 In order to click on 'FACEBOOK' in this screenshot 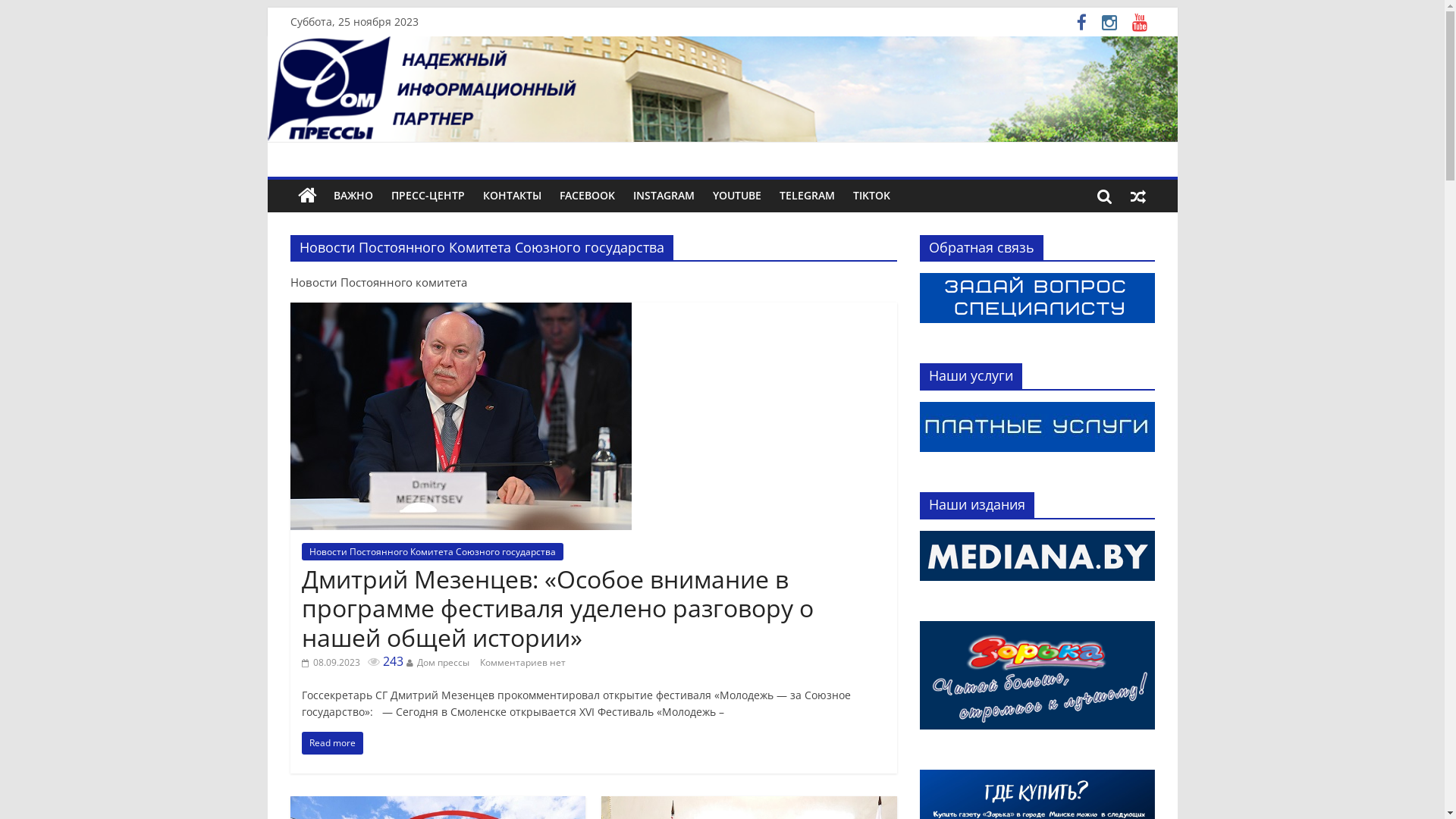, I will do `click(586, 195)`.